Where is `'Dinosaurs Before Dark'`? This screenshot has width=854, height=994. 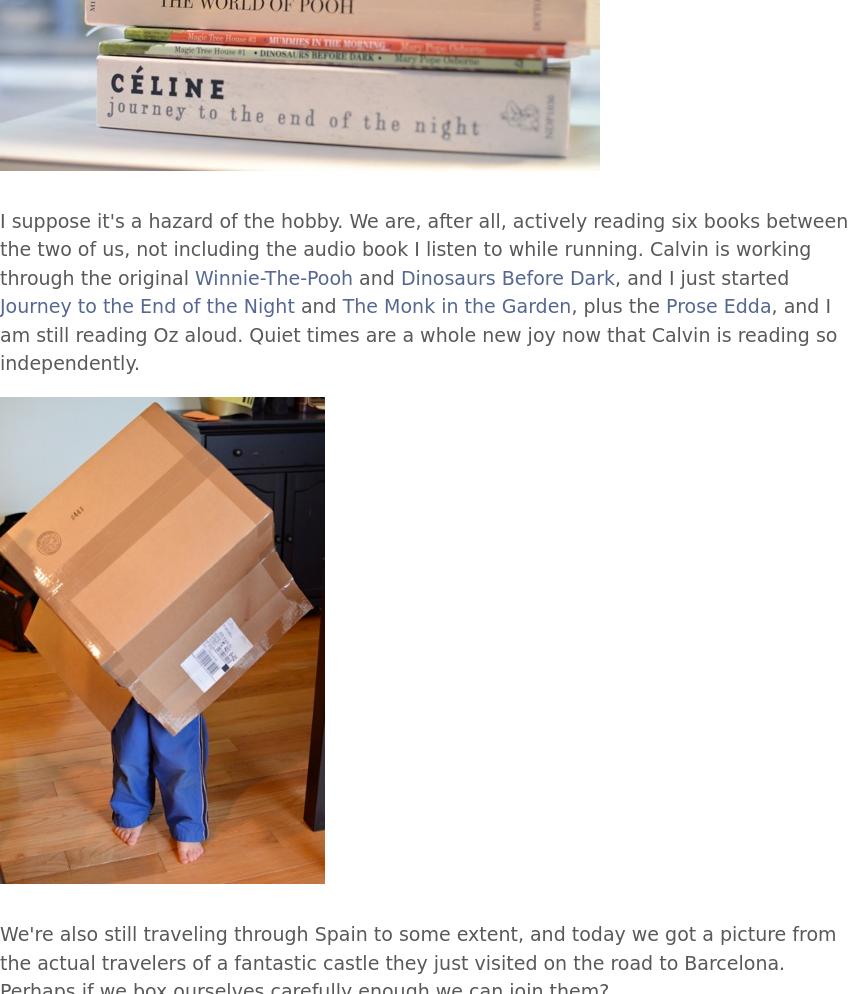 'Dinosaurs Before Dark' is located at coordinates (506, 276).